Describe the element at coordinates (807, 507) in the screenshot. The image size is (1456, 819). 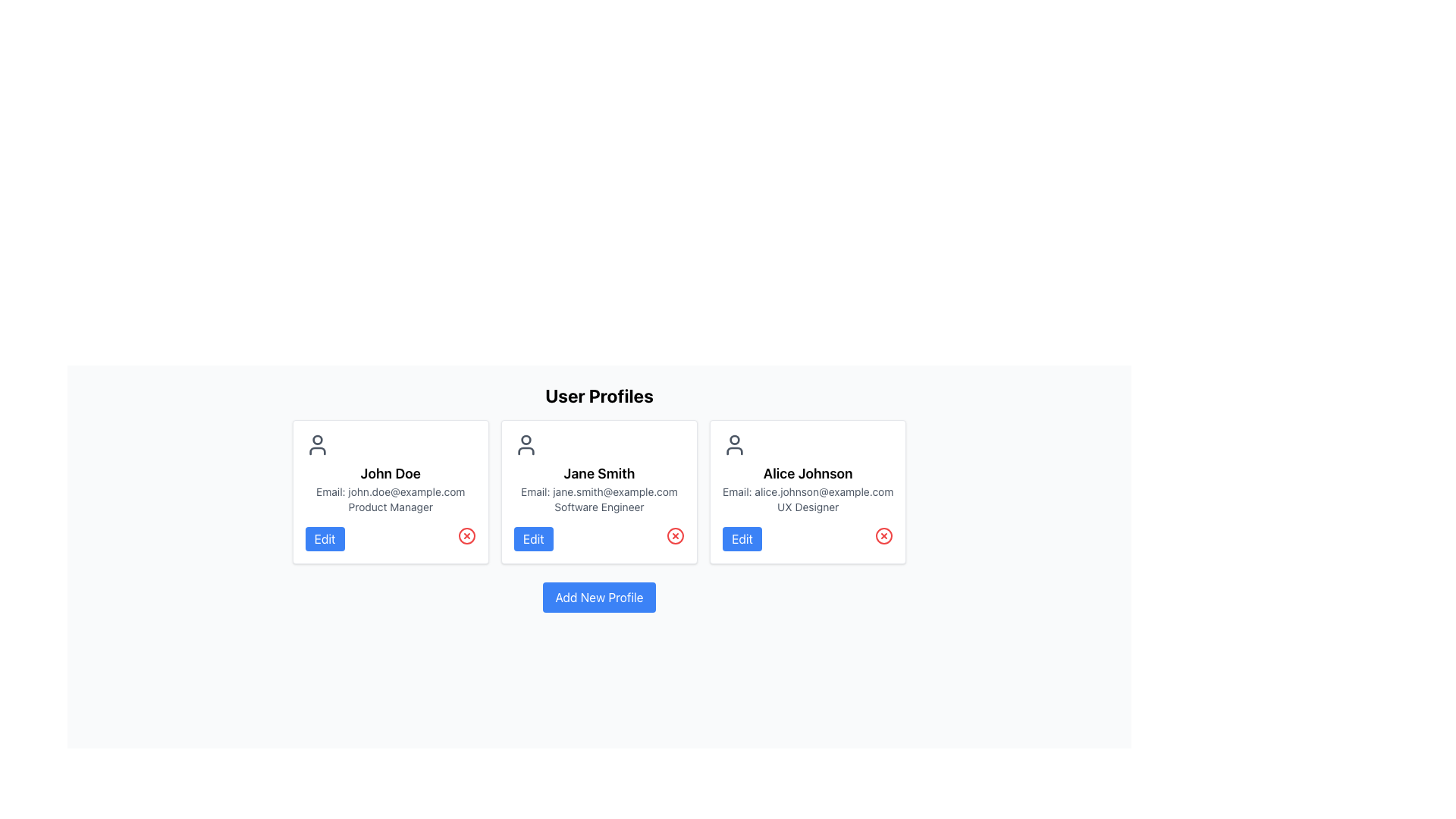
I see `the text label 'UX Designer' which is displayed in a small, gray font on Alice Johnson's user profile card, located below her email address and above the 'Edit' button` at that location.